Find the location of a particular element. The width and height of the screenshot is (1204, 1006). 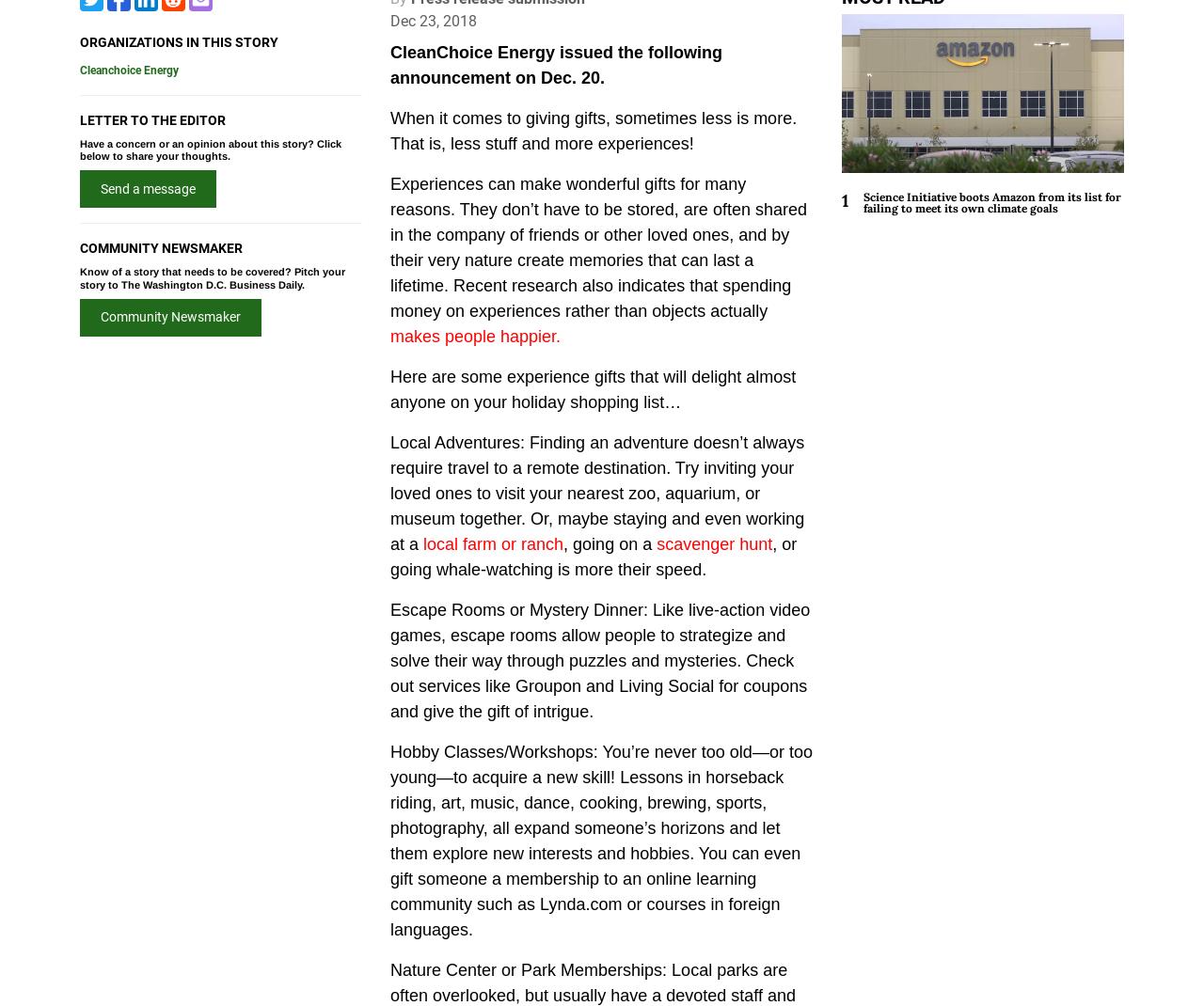

'makes people happier.' is located at coordinates (388, 336).